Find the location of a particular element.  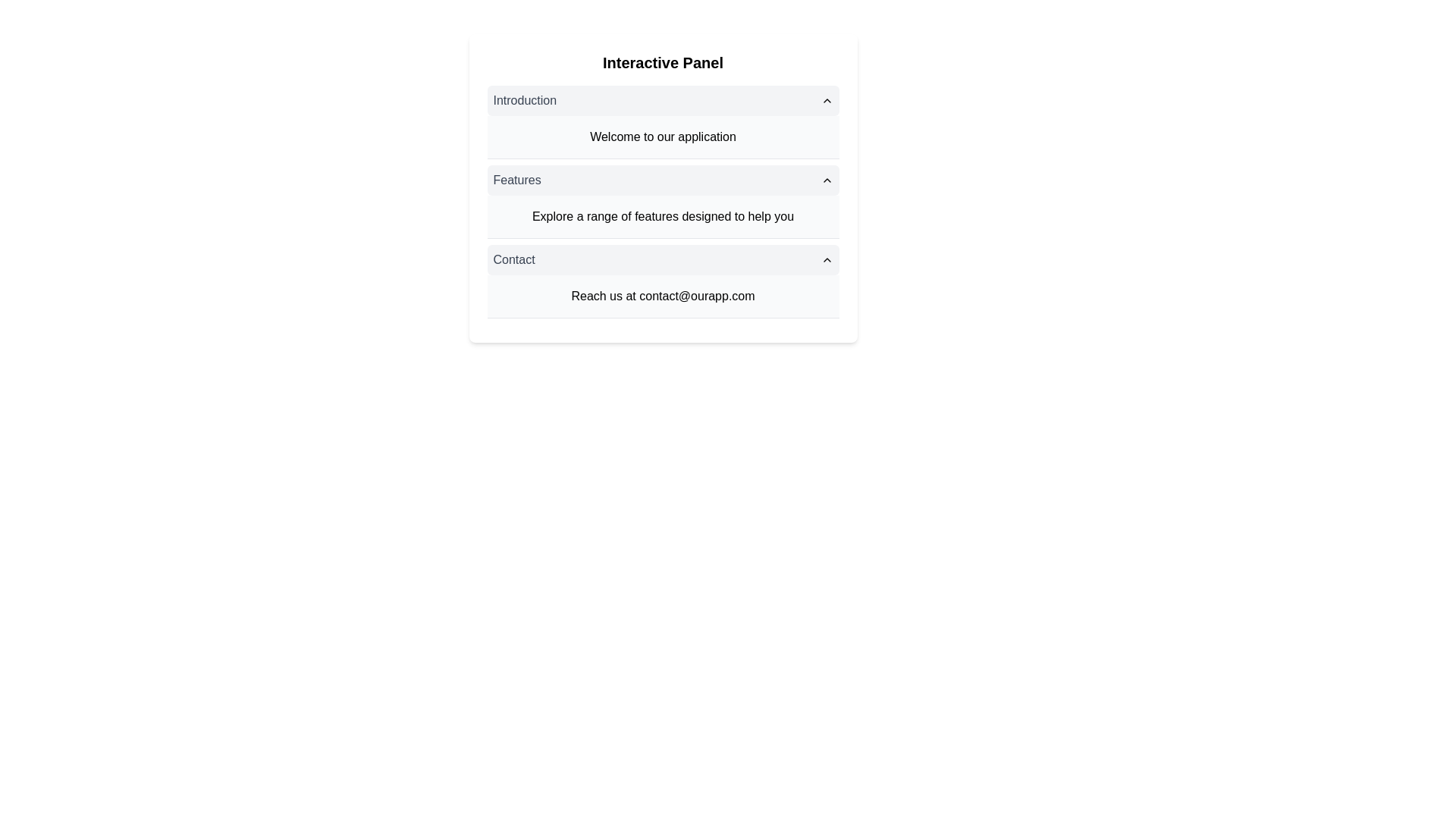

the upward-facing chevron icon with a thin black stroke located at the far right of the gray 'Features' section is located at coordinates (826, 180).